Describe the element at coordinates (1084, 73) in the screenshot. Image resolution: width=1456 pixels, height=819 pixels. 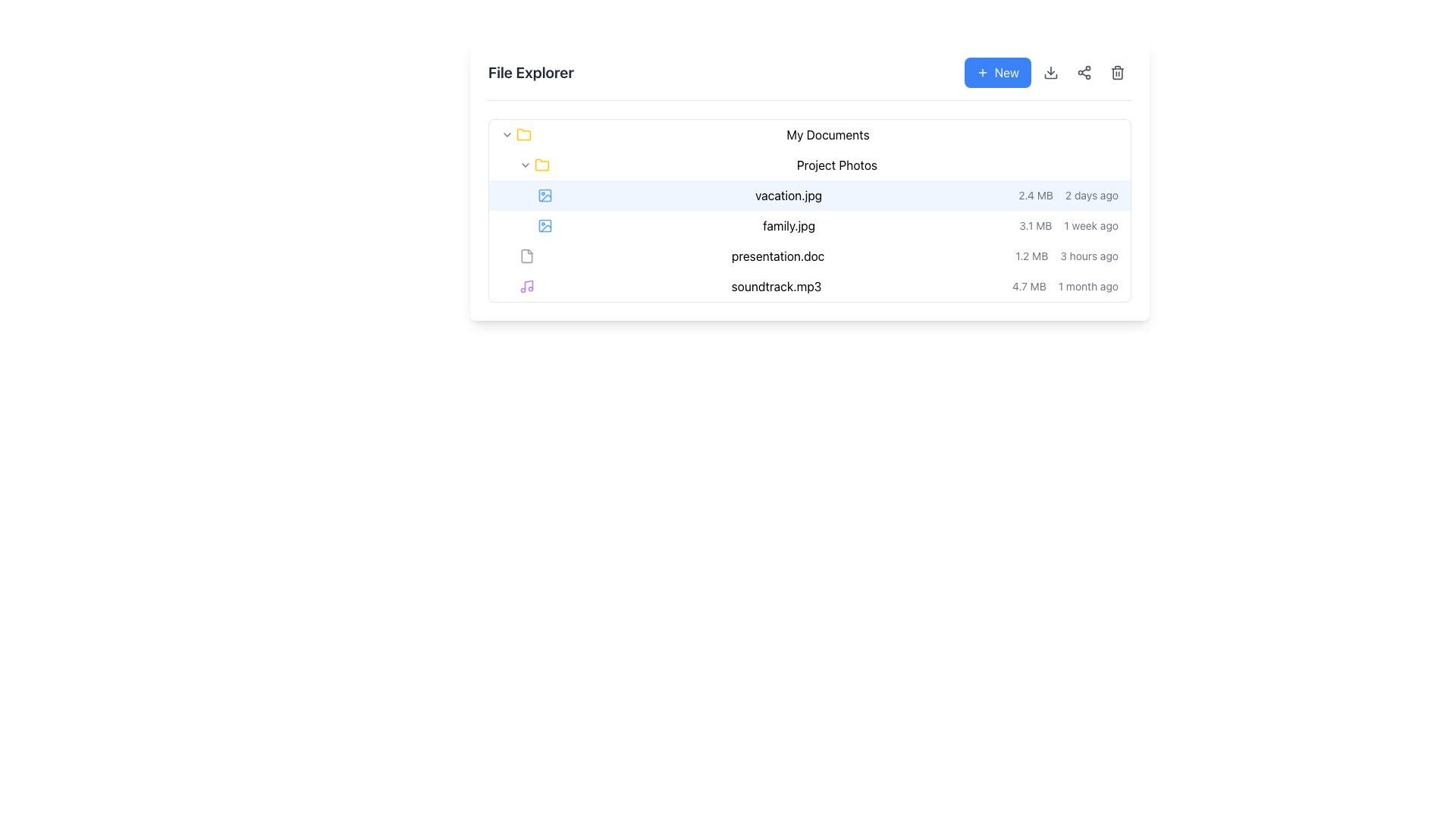
I see `the share button located in the header area of the file explorer, which is the third button from the right` at that location.